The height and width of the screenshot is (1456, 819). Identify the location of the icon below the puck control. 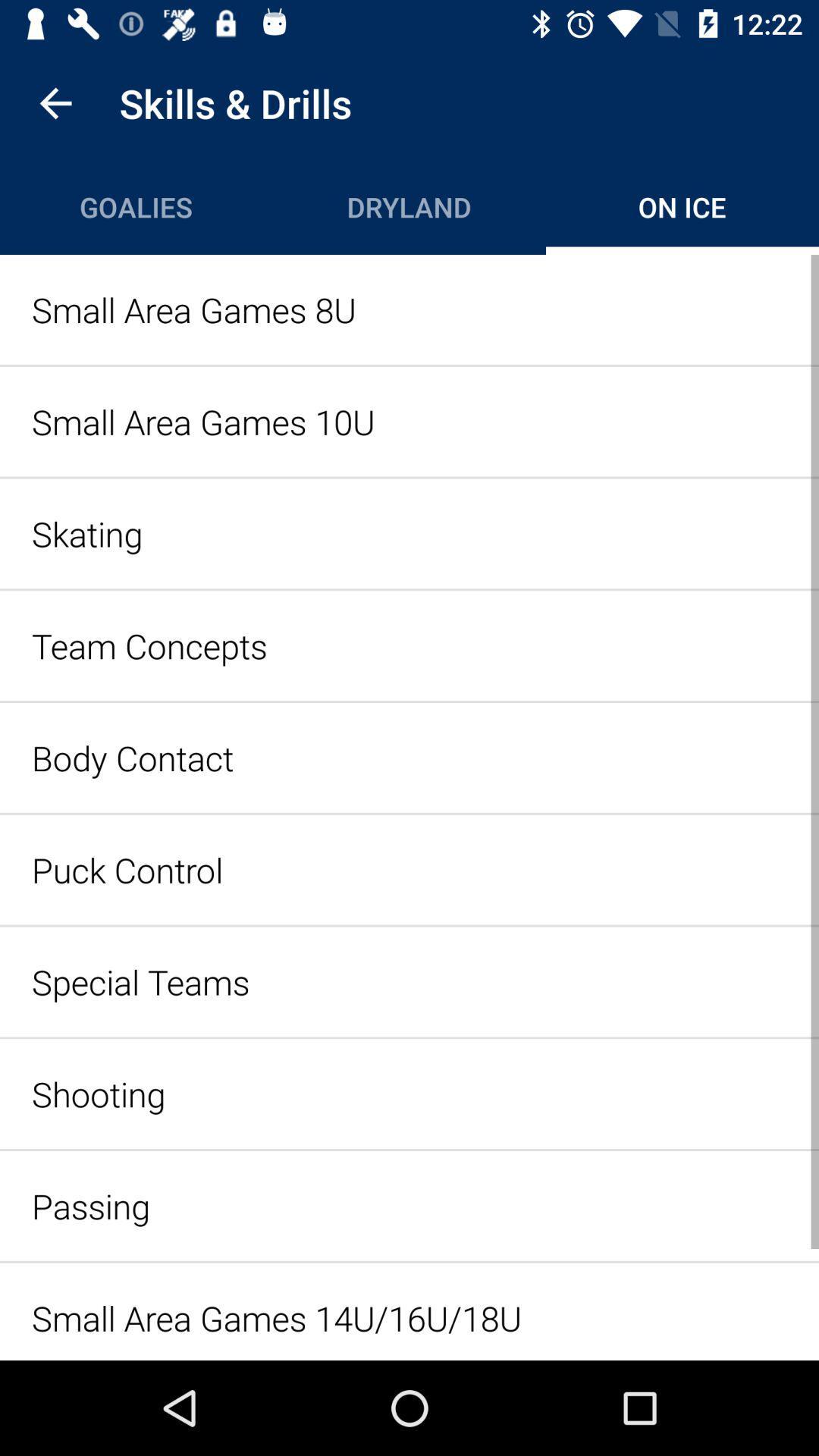
(409, 981).